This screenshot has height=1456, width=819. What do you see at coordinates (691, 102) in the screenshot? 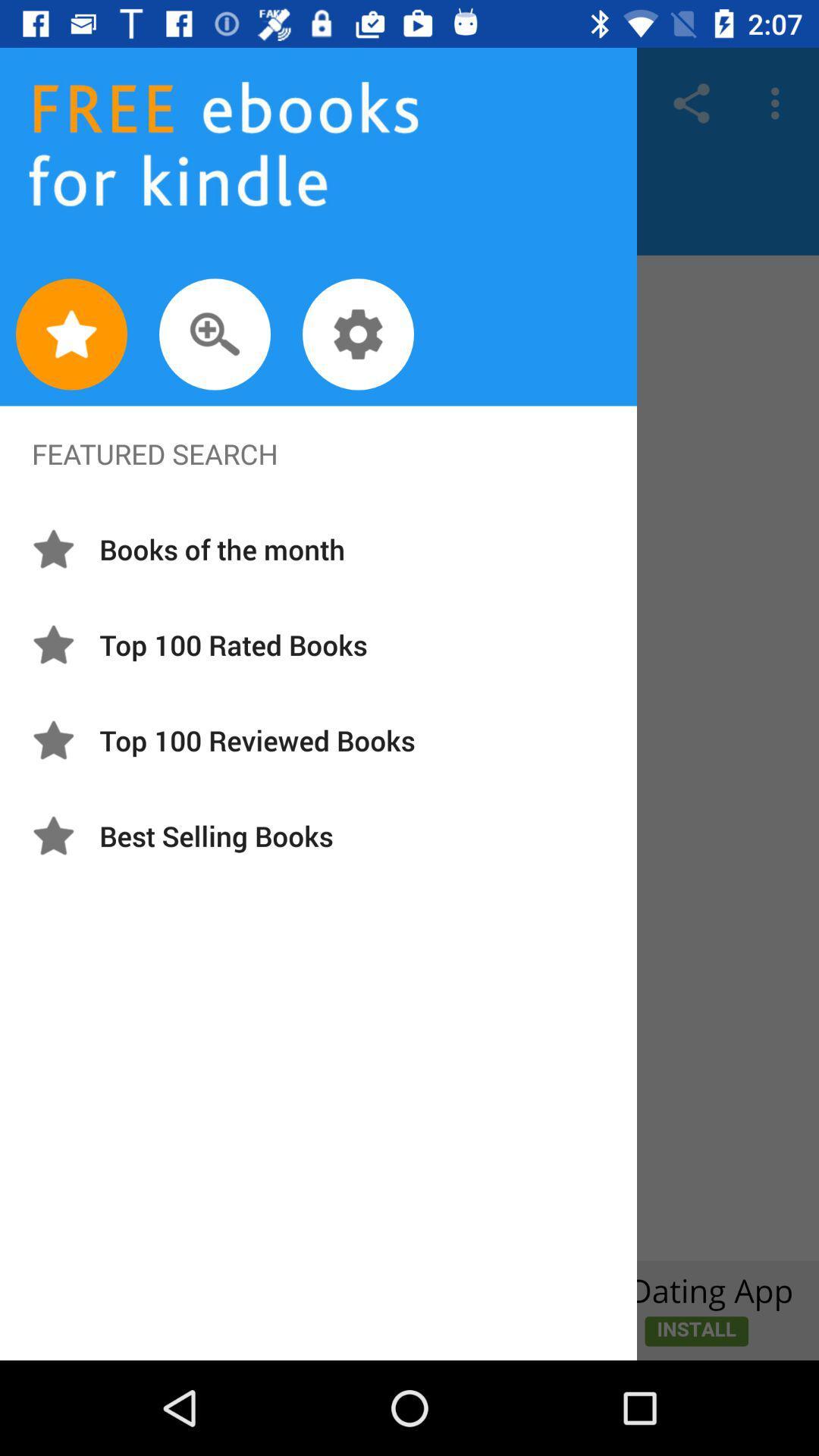
I see `the share icon` at bounding box center [691, 102].